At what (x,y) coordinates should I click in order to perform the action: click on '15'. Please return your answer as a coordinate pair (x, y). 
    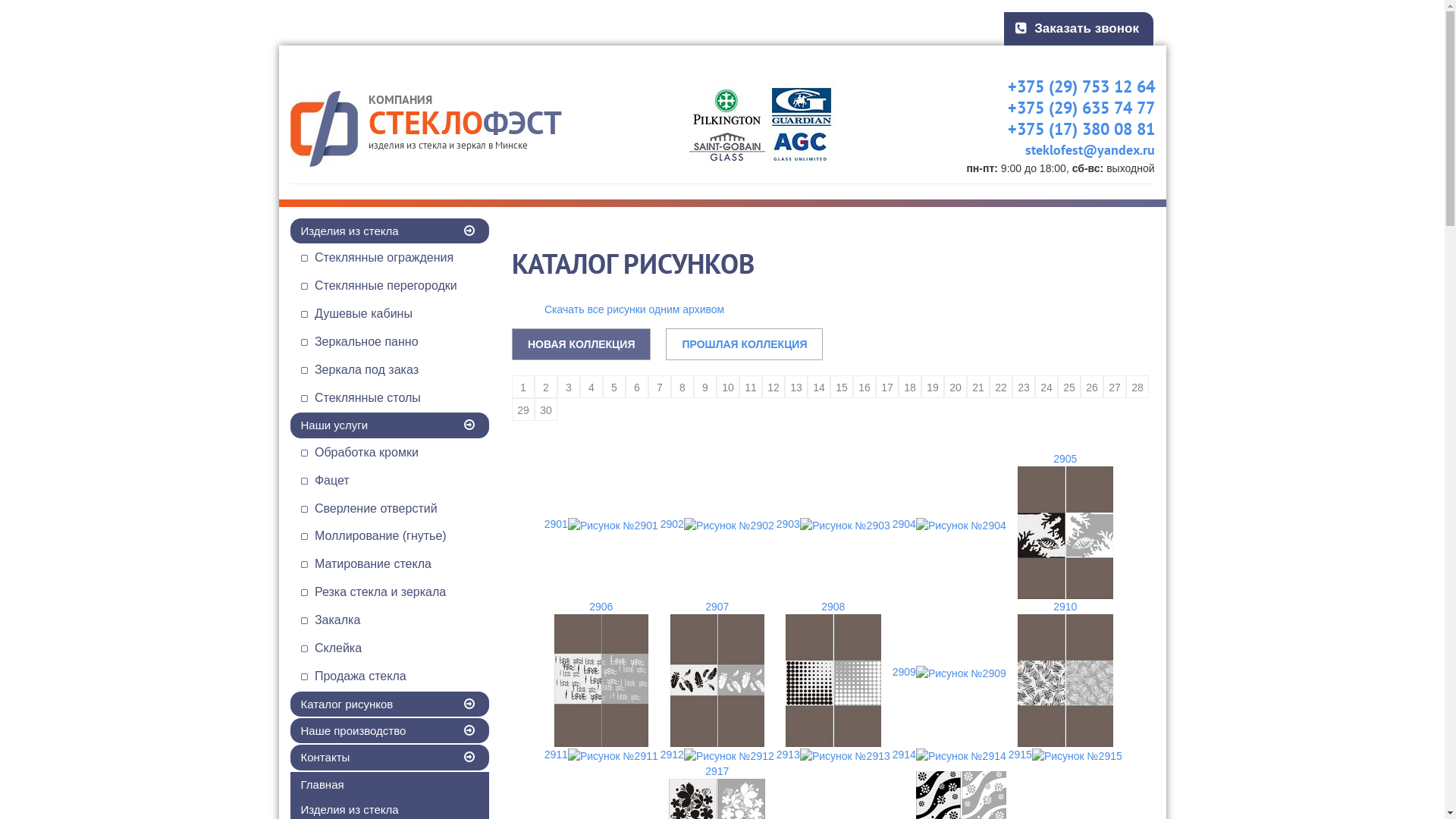
    Looking at the image, I should click on (840, 385).